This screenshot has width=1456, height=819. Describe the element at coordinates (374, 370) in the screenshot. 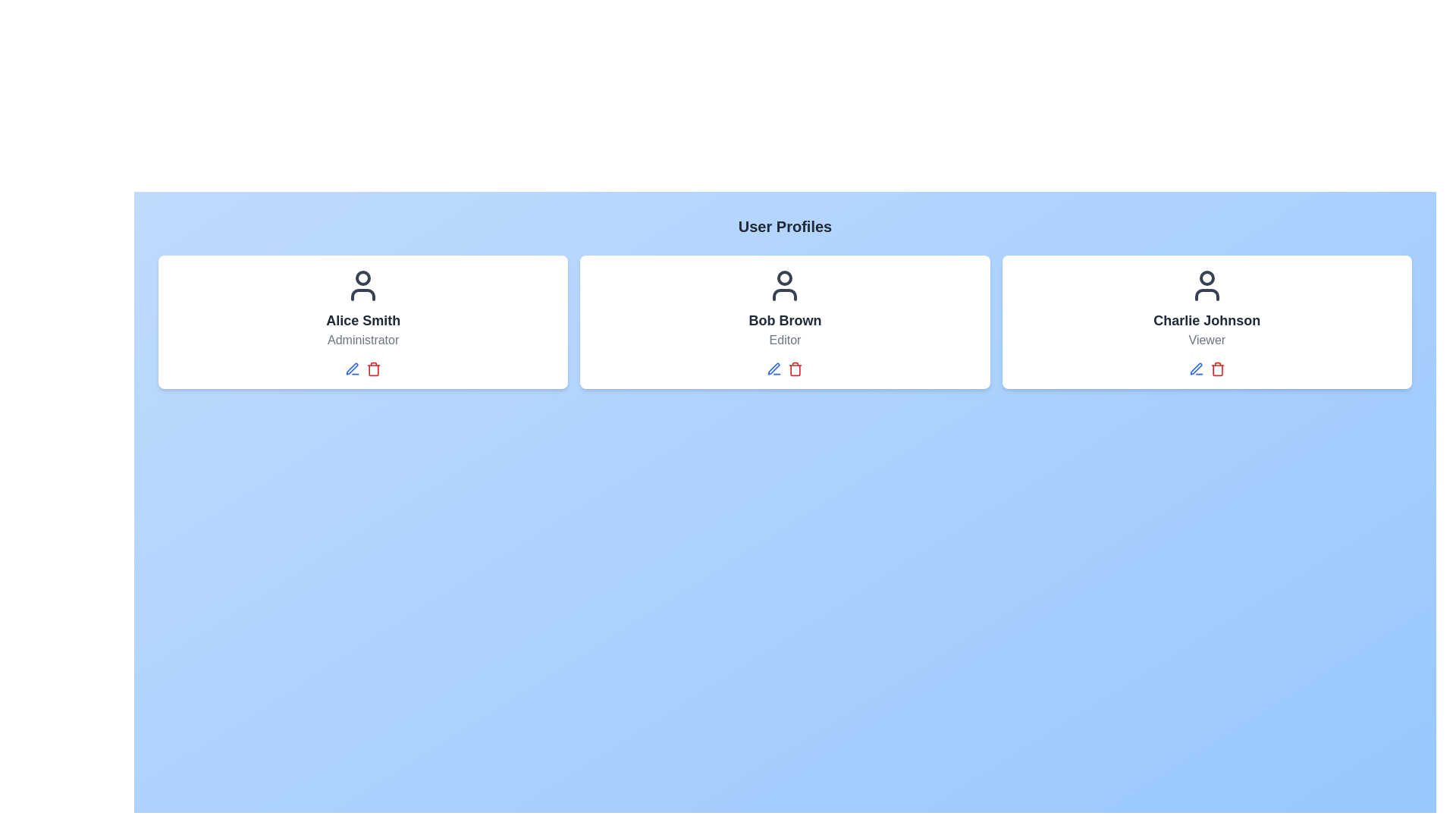

I see `the trash can icon button located at the bottom right corner of Alice Smith's user profile card to initiate deletion` at that location.